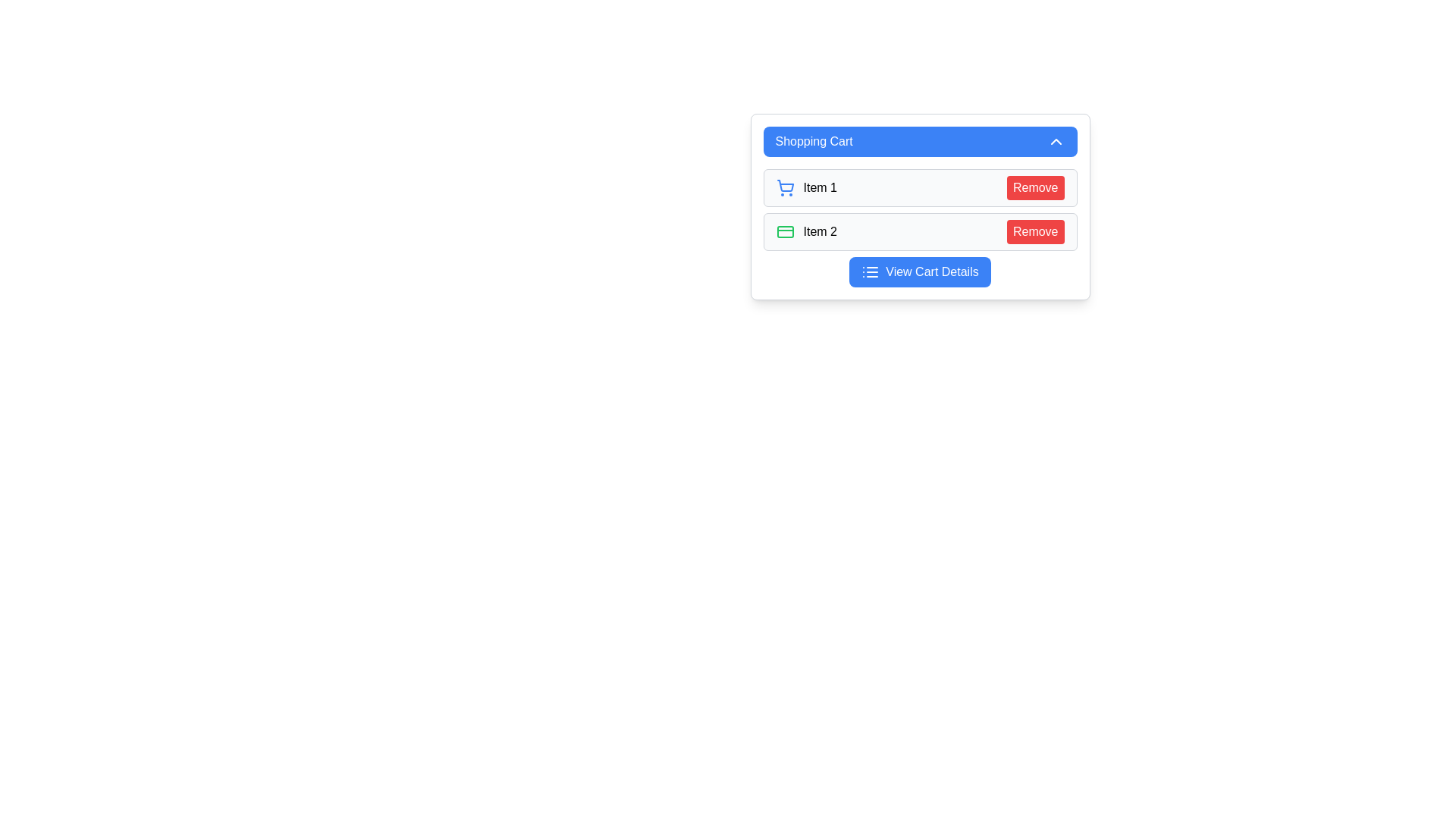 This screenshot has height=819, width=1456. What do you see at coordinates (1034, 187) in the screenshot?
I see `the red 'Remove' button with rounded rectangle shape to observe the color change` at bounding box center [1034, 187].